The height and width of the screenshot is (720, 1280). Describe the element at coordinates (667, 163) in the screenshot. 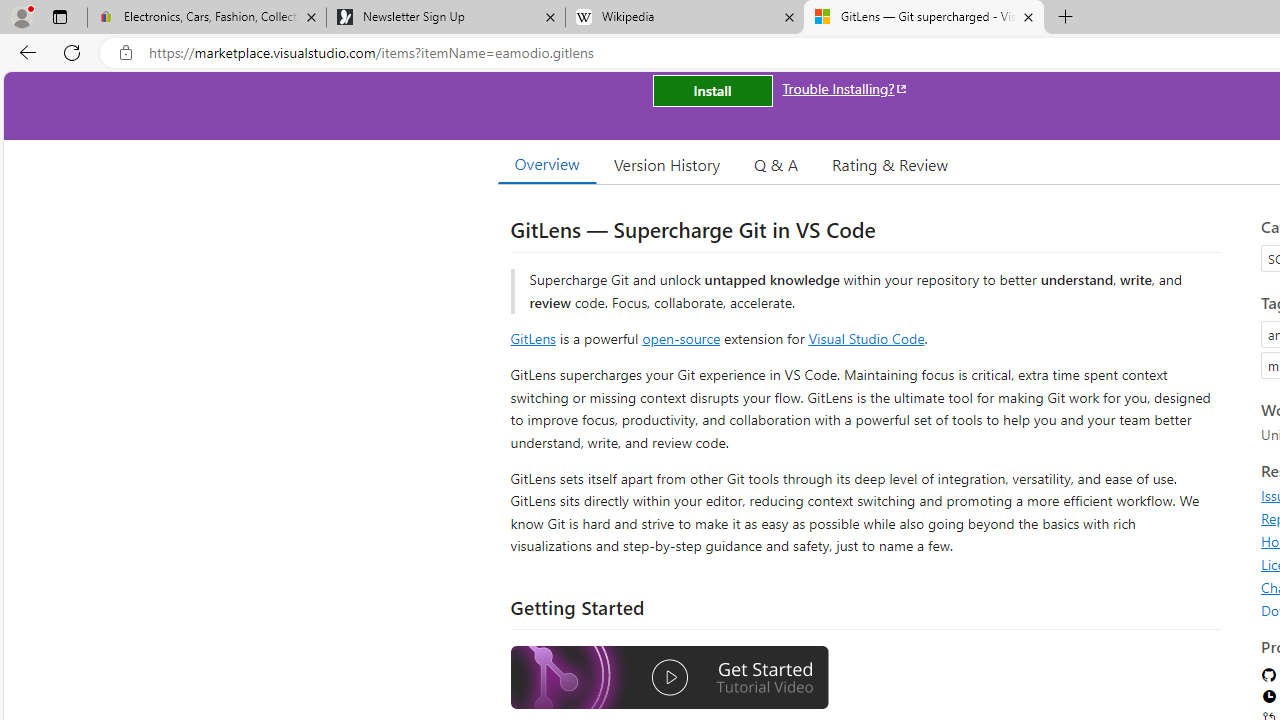

I see `'Version History'` at that location.